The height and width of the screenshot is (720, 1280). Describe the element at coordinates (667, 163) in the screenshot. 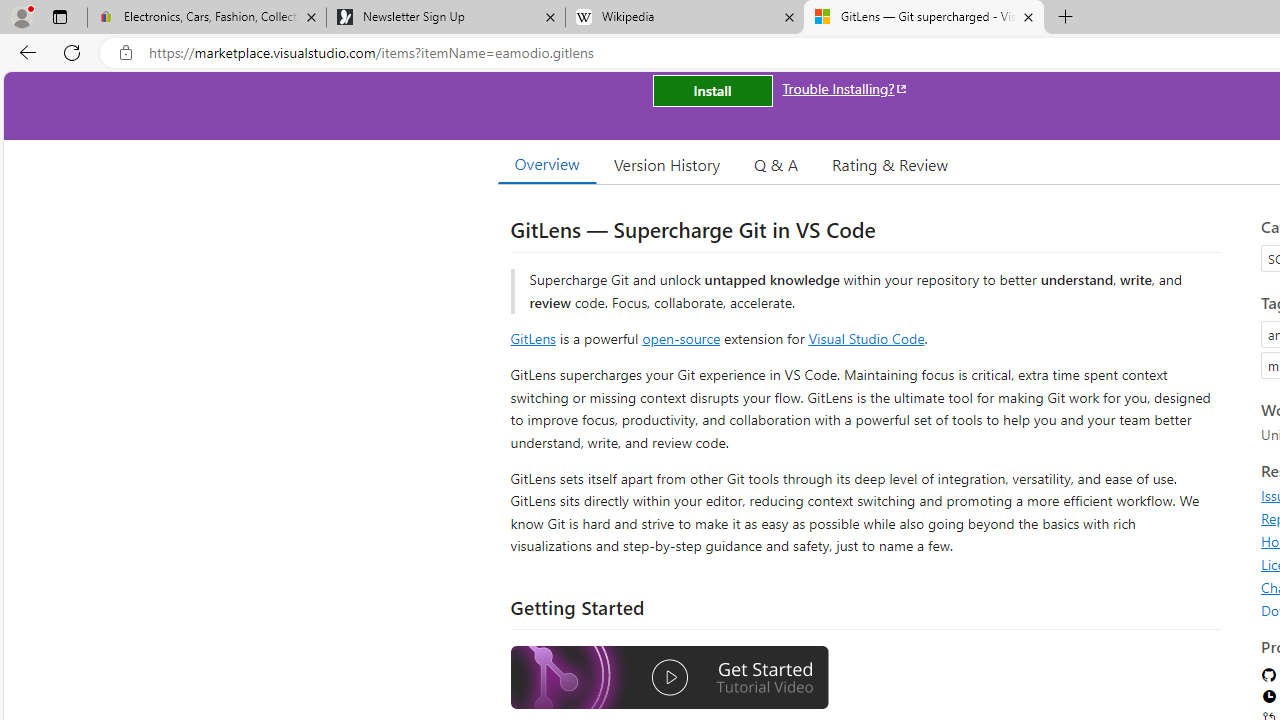

I see `'Version History'` at that location.